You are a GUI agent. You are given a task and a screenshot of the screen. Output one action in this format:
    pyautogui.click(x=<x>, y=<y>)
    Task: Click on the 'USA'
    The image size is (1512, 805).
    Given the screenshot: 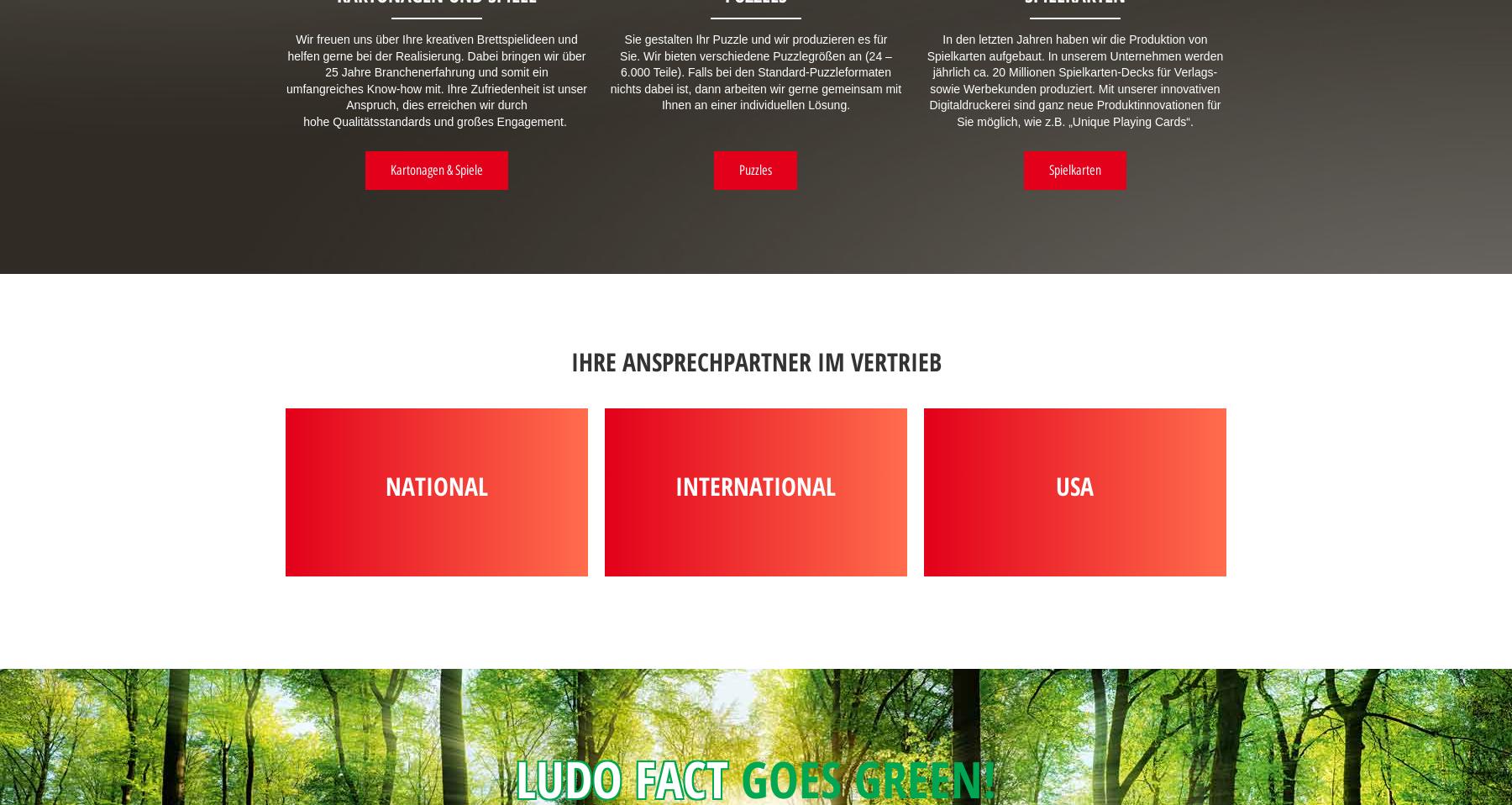 What is the action you would take?
    pyautogui.click(x=1074, y=485)
    